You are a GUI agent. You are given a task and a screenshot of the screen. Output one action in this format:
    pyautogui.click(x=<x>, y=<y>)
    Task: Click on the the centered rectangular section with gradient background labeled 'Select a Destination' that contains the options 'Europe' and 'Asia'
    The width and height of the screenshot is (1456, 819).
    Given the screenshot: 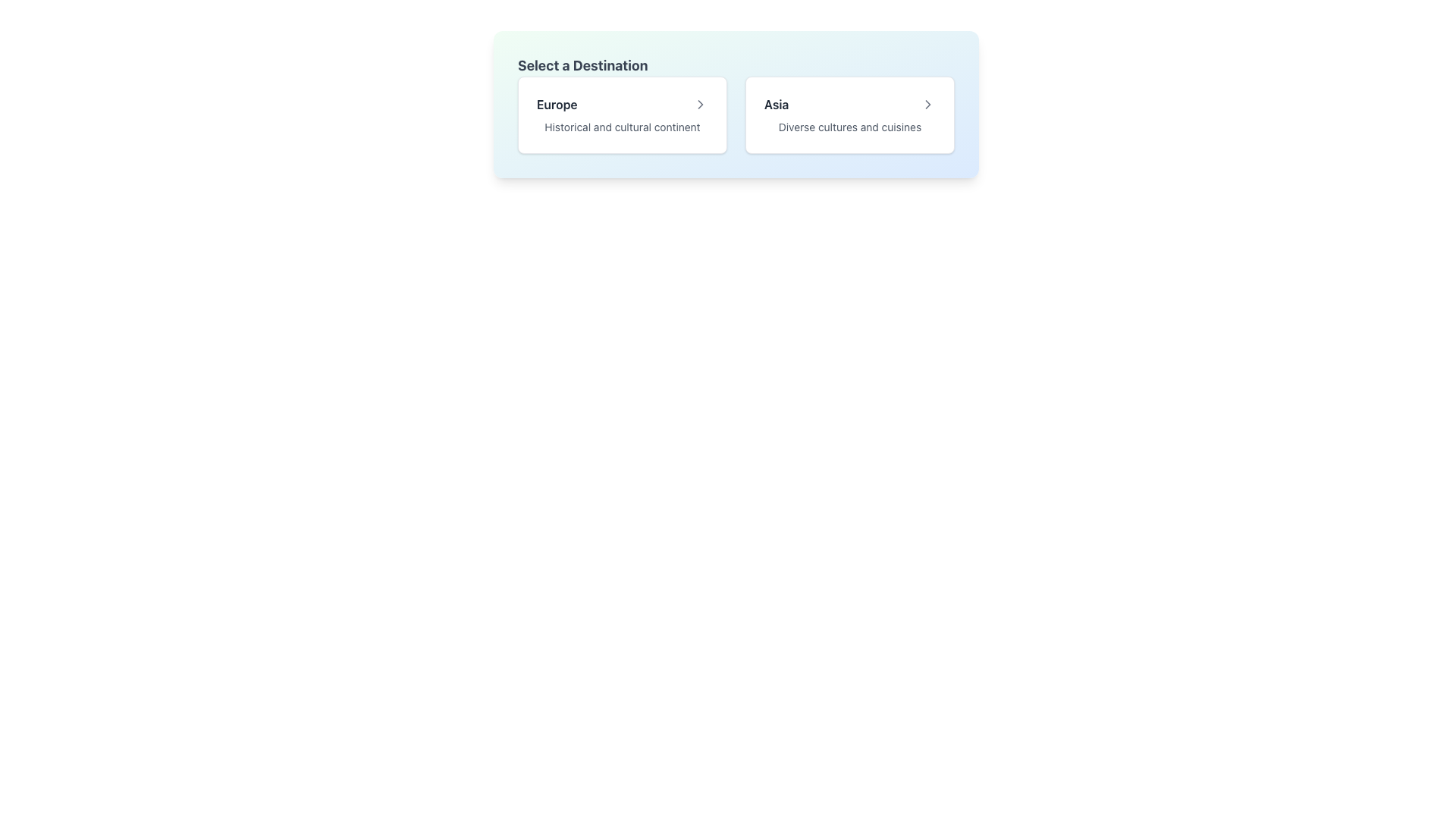 What is the action you would take?
    pyautogui.click(x=736, y=104)
    